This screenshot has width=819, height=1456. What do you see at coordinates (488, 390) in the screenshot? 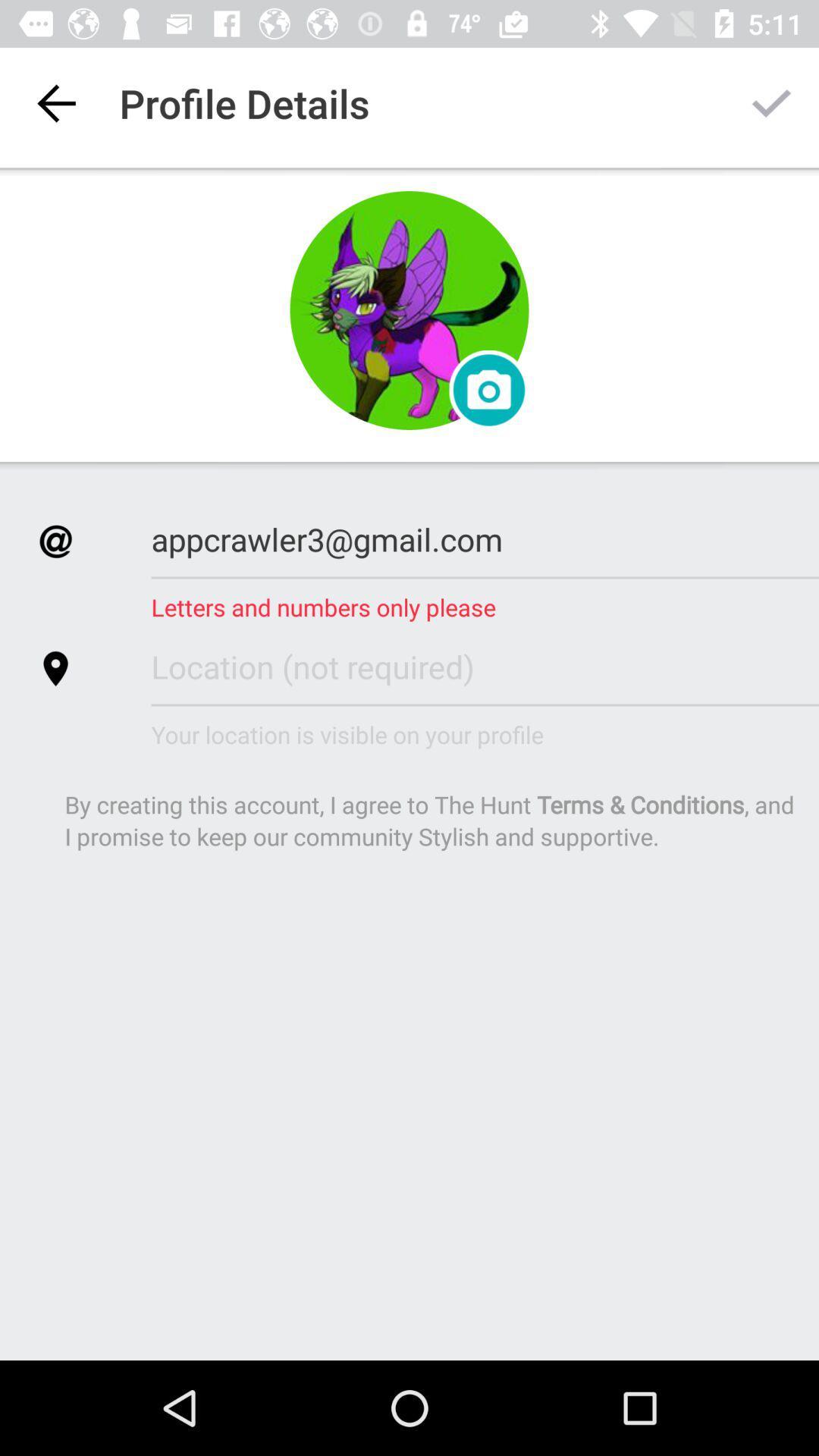
I see `the photo icon` at bounding box center [488, 390].